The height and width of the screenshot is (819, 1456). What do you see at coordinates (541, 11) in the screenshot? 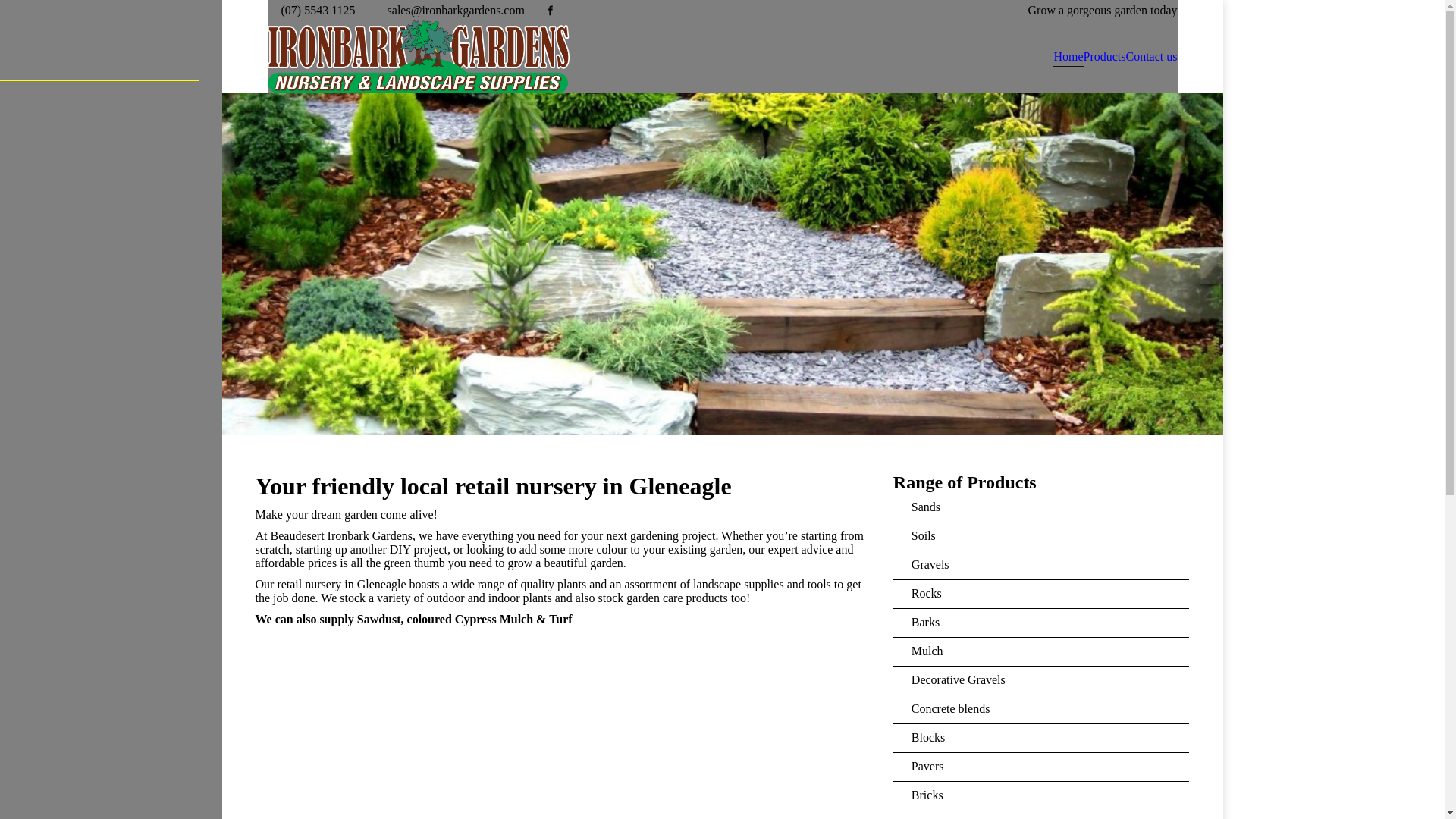
I see `'Facebook'` at bounding box center [541, 11].